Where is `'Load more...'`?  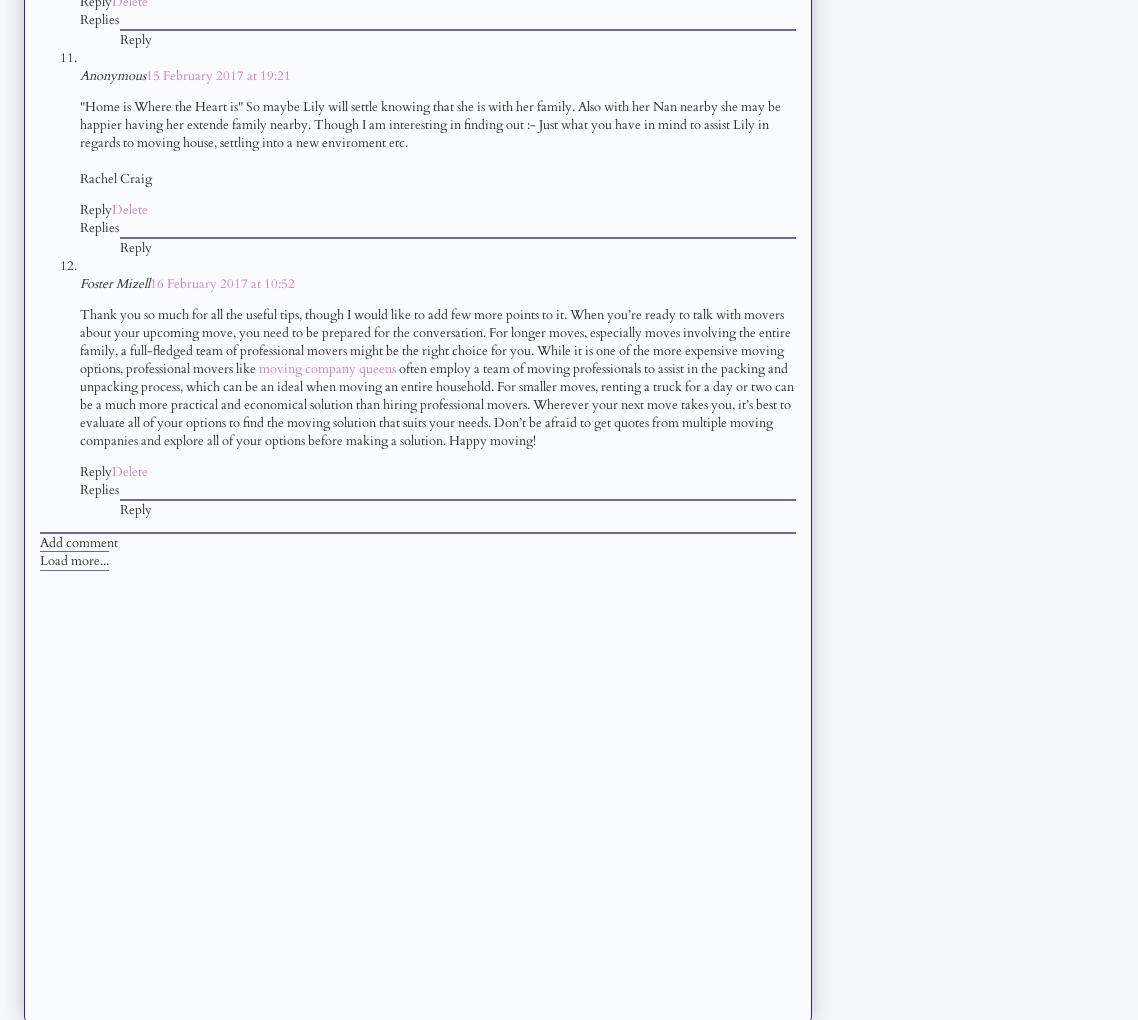
'Load more...' is located at coordinates (73, 559).